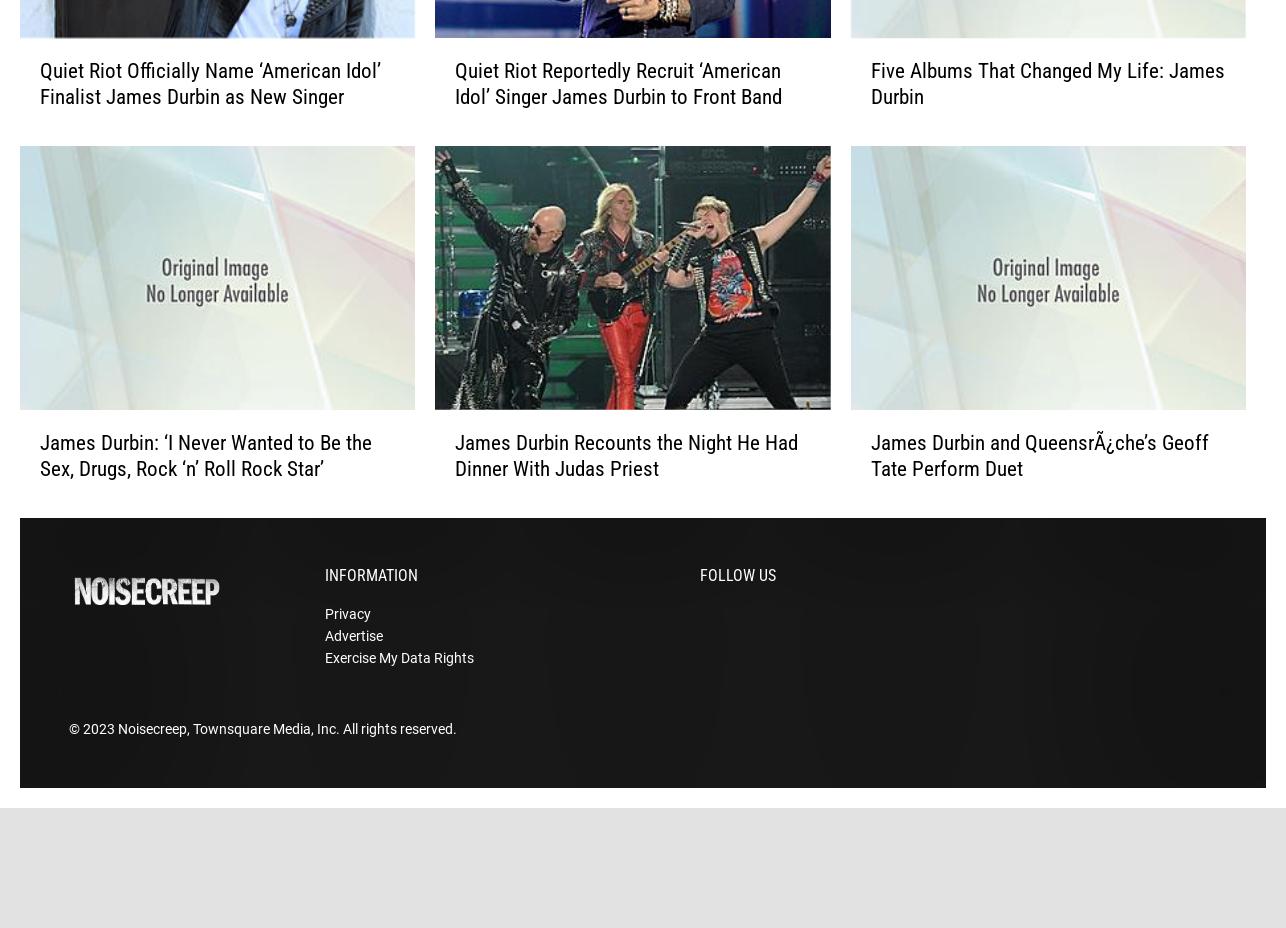 This screenshot has height=928, width=1286. What do you see at coordinates (206, 486) in the screenshot?
I see `'James Durbin: ‘I Never Wanted to Be the Sex, Drugs, Rock ‘n’ Roll Rock Star’'` at bounding box center [206, 486].